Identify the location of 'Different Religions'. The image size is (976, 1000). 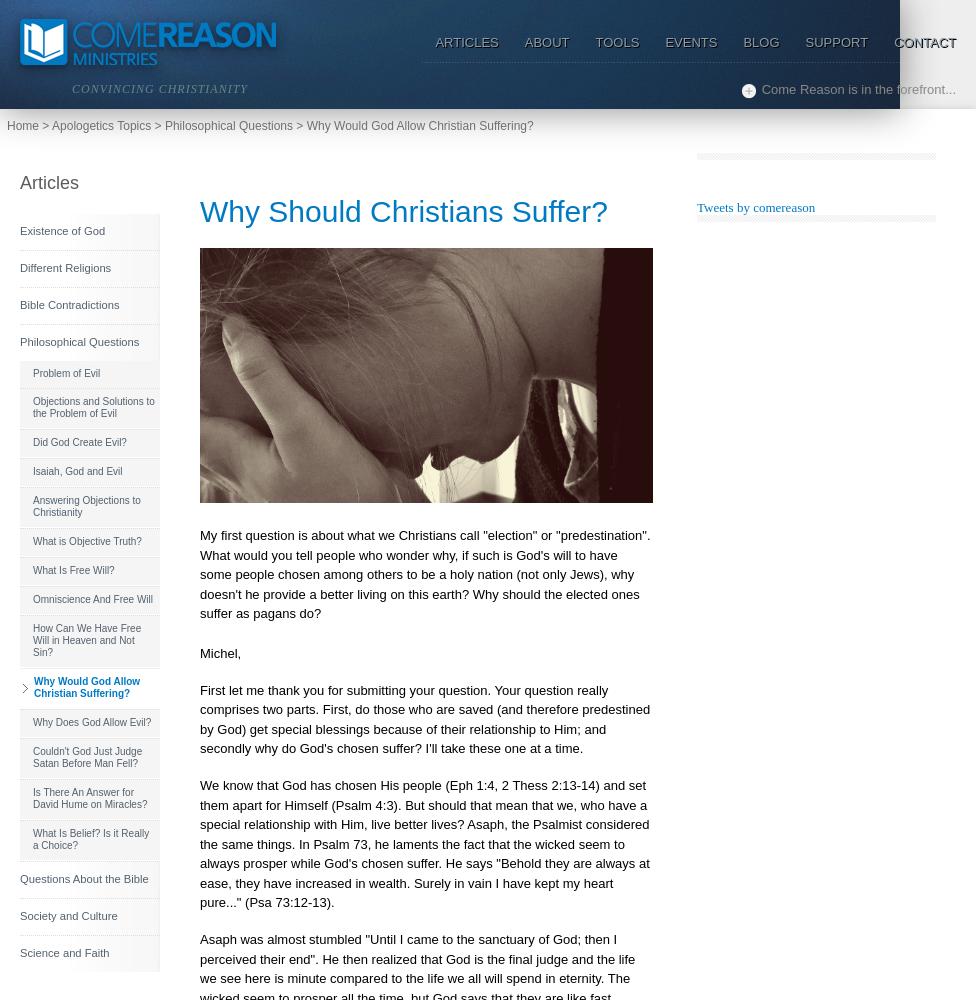
(65, 268).